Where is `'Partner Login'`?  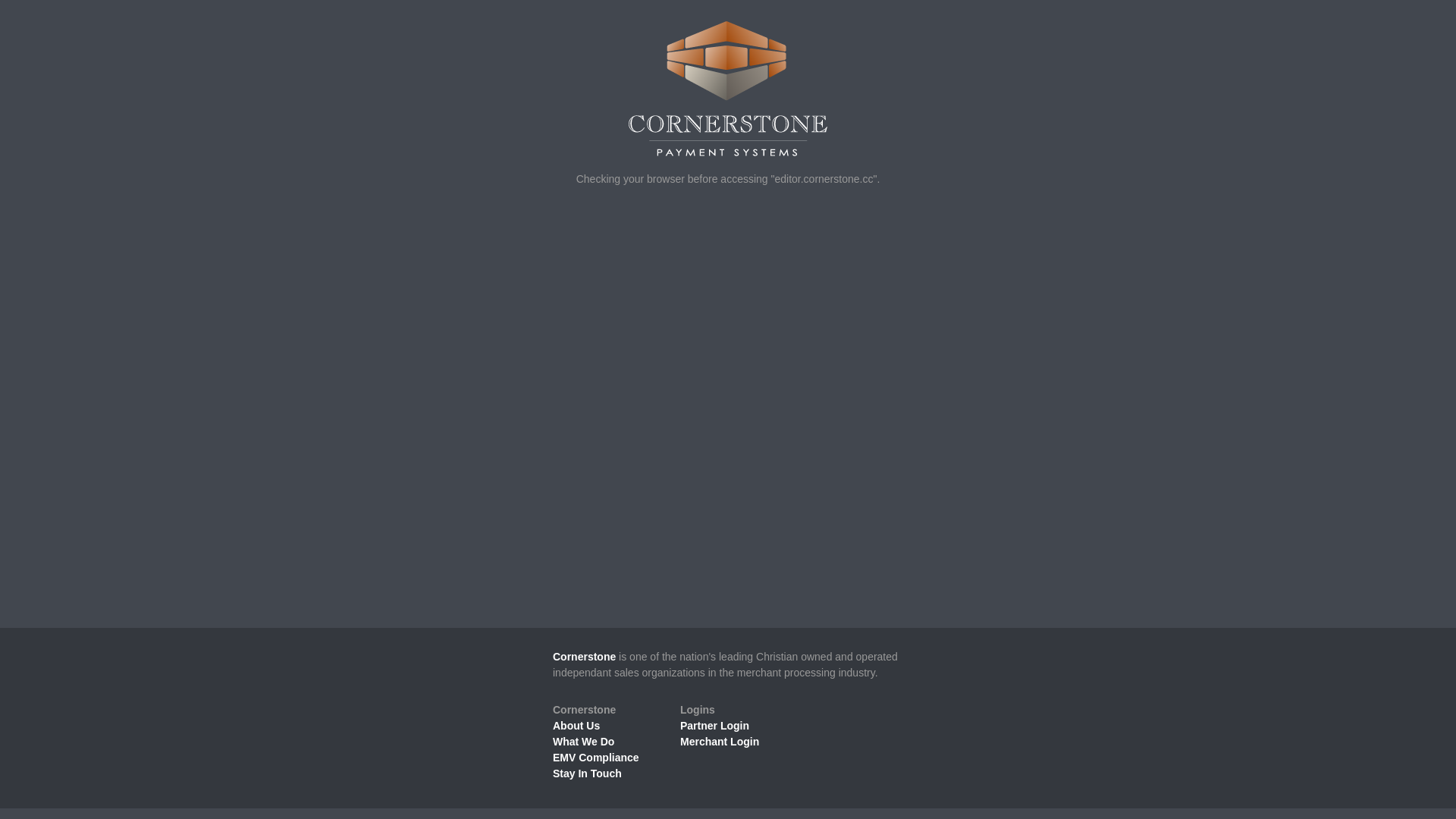
'Partner Login' is located at coordinates (714, 724).